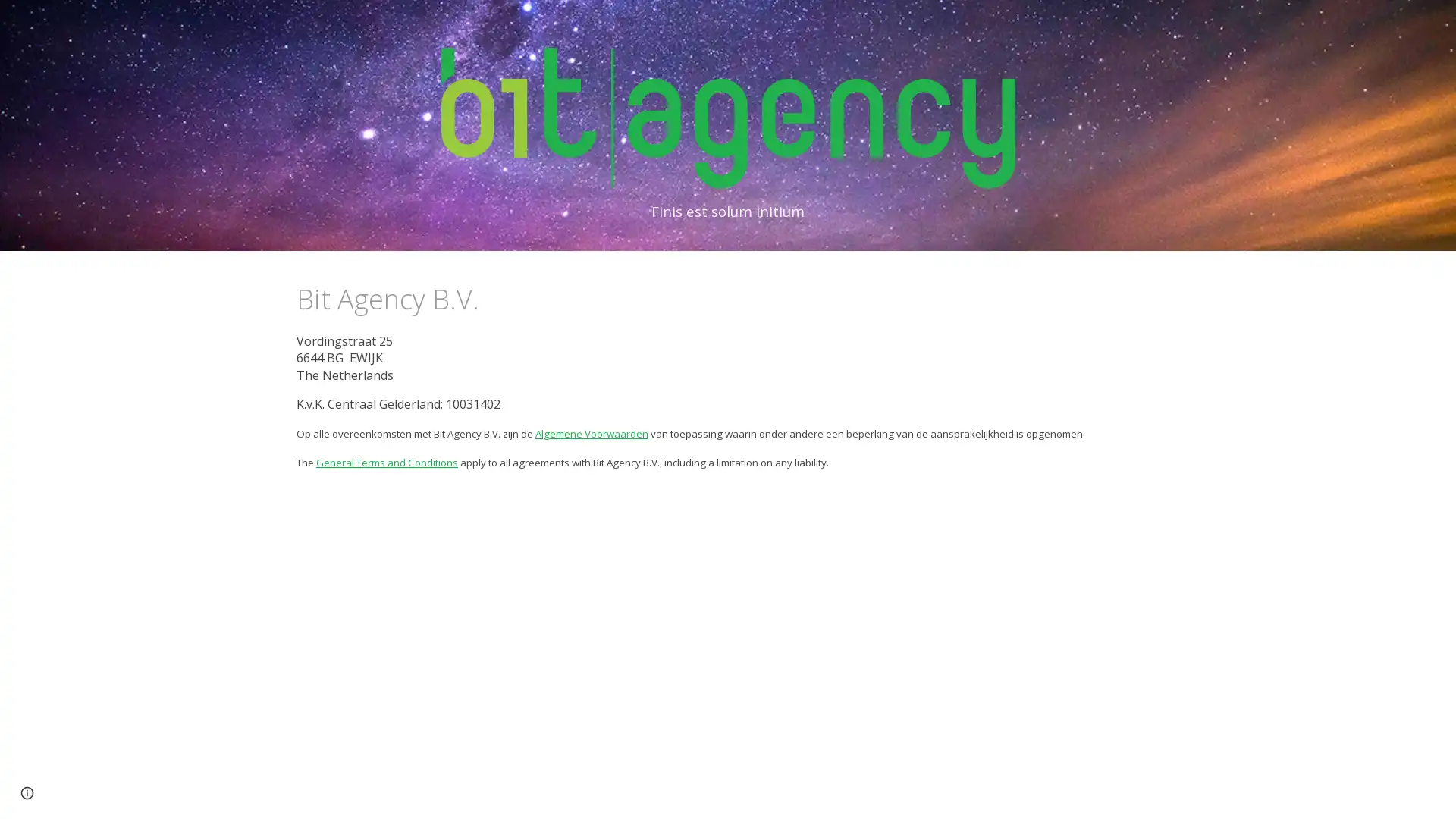  What do you see at coordinates (864, 28) in the screenshot?
I see `Skip to navigation` at bounding box center [864, 28].